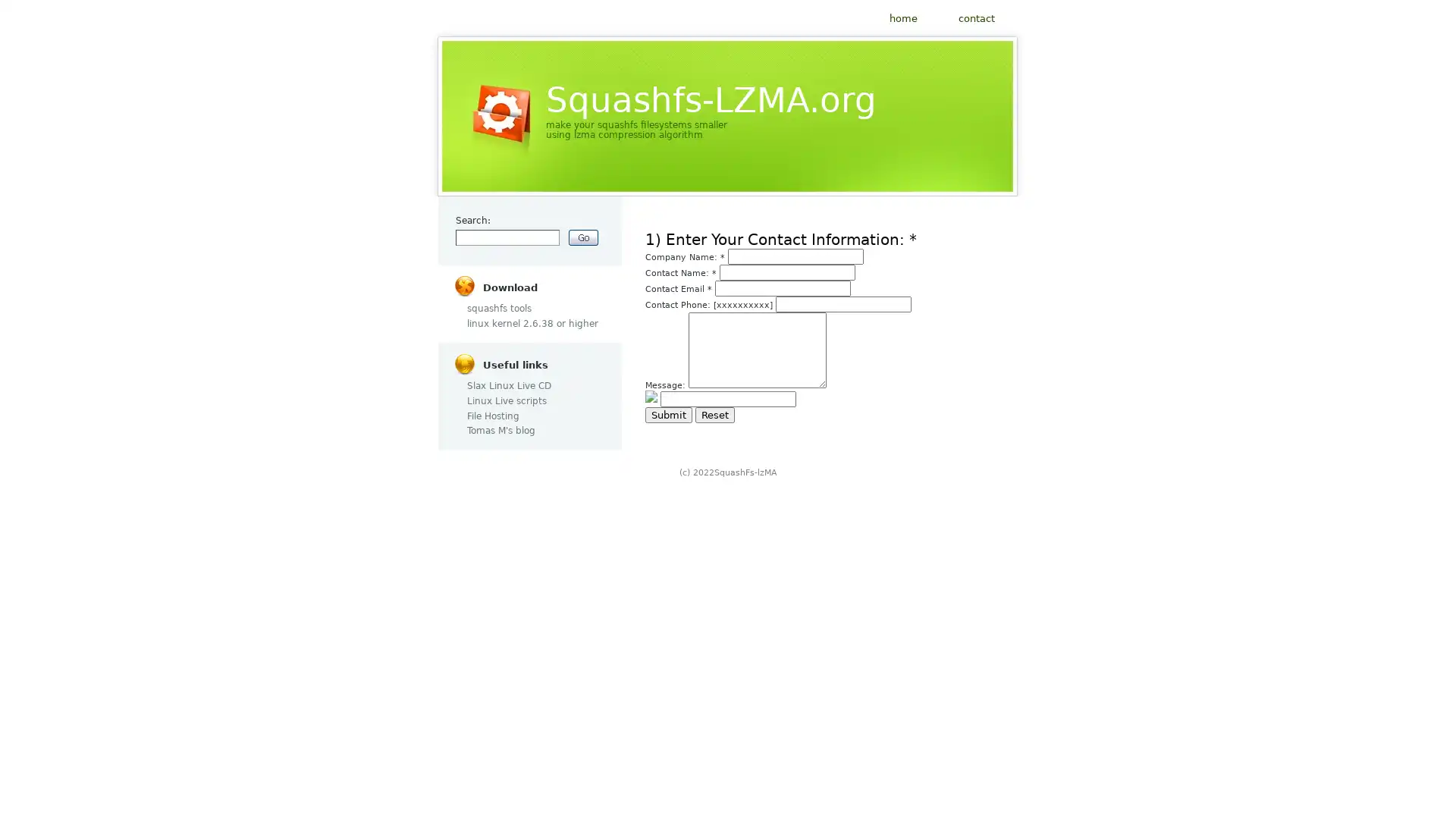 This screenshot has height=819, width=1456. What do you see at coordinates (582, 237) in the screenshot?
I see `submit` at bounding box center [582, 237].